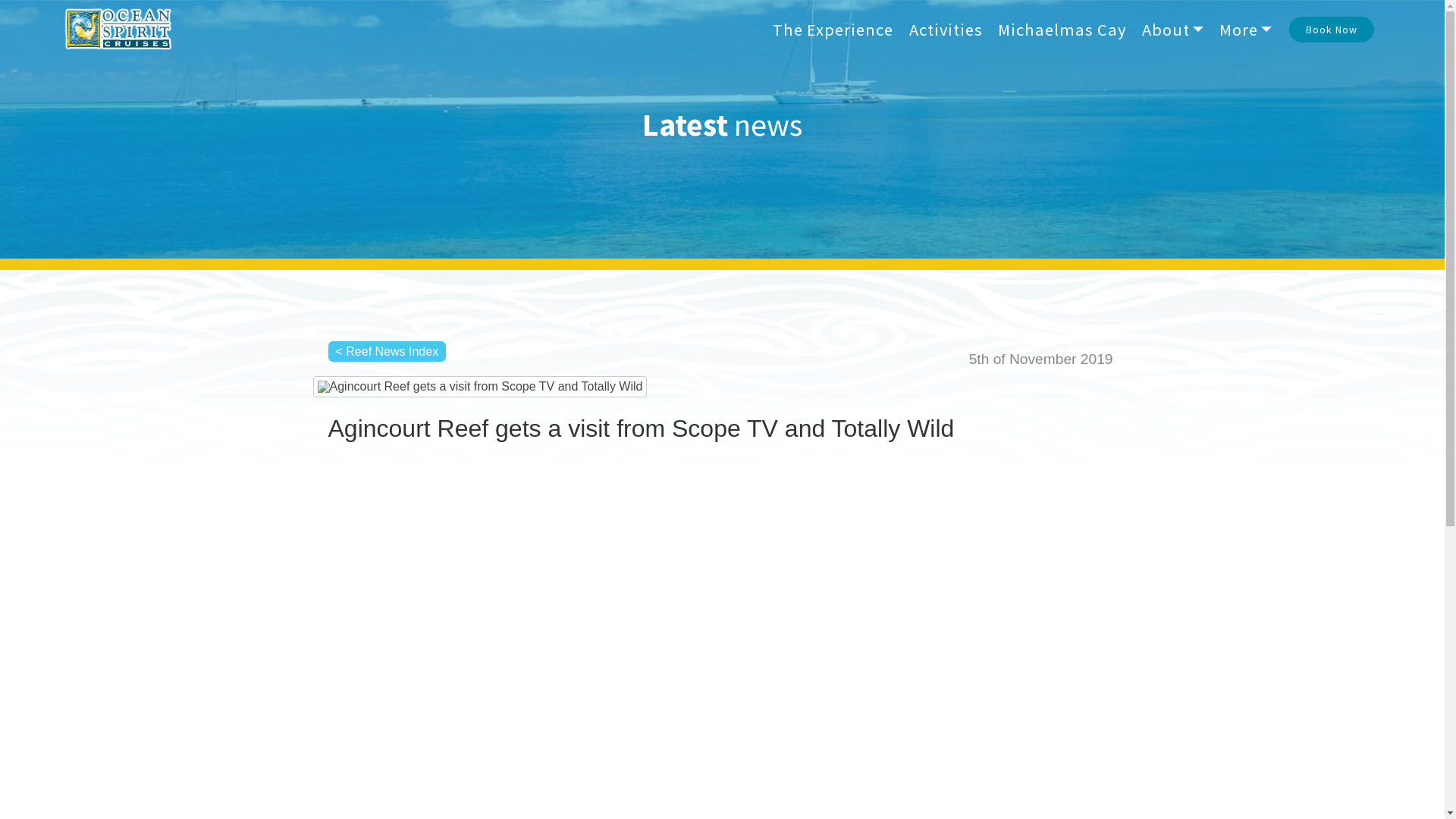 Image resolution: width=1456 pixels, height=819 pixels. Describe the element at coordinates (386, 351) in the screenshot. I see `'< Reef News Index'` at that location.